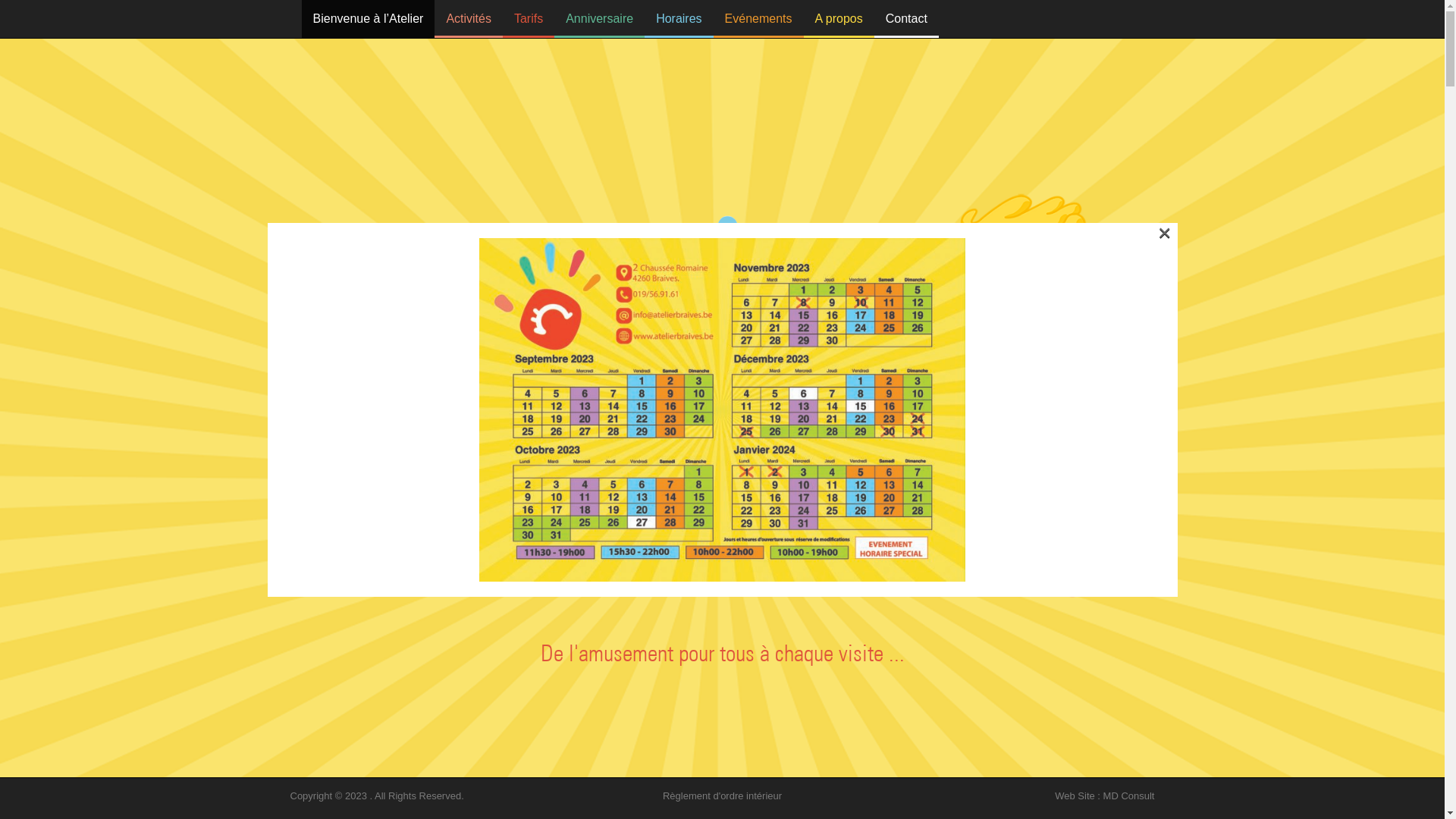 The image size is (1456, 819). I want to click on 'A propos', so click(803, 18).